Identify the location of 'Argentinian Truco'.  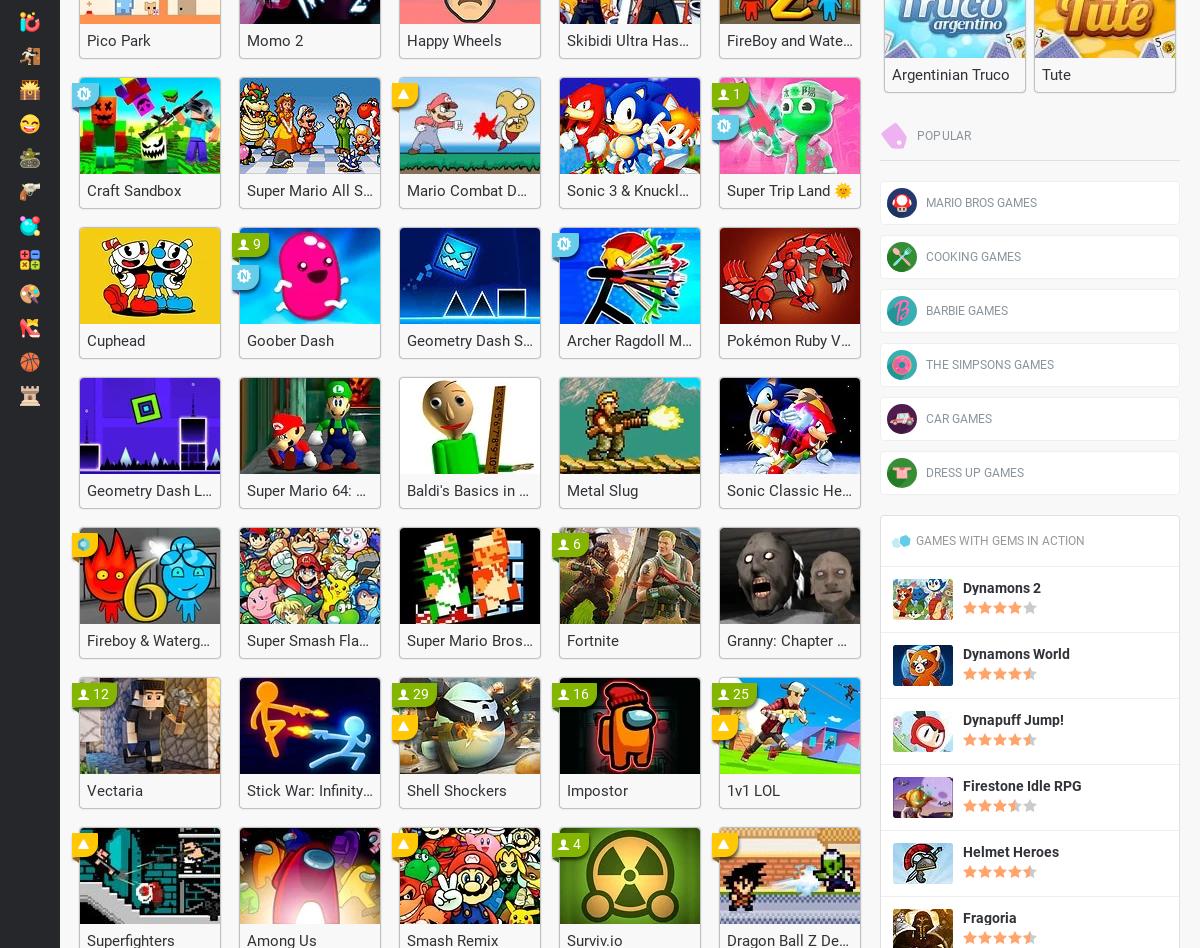
(951, 74).